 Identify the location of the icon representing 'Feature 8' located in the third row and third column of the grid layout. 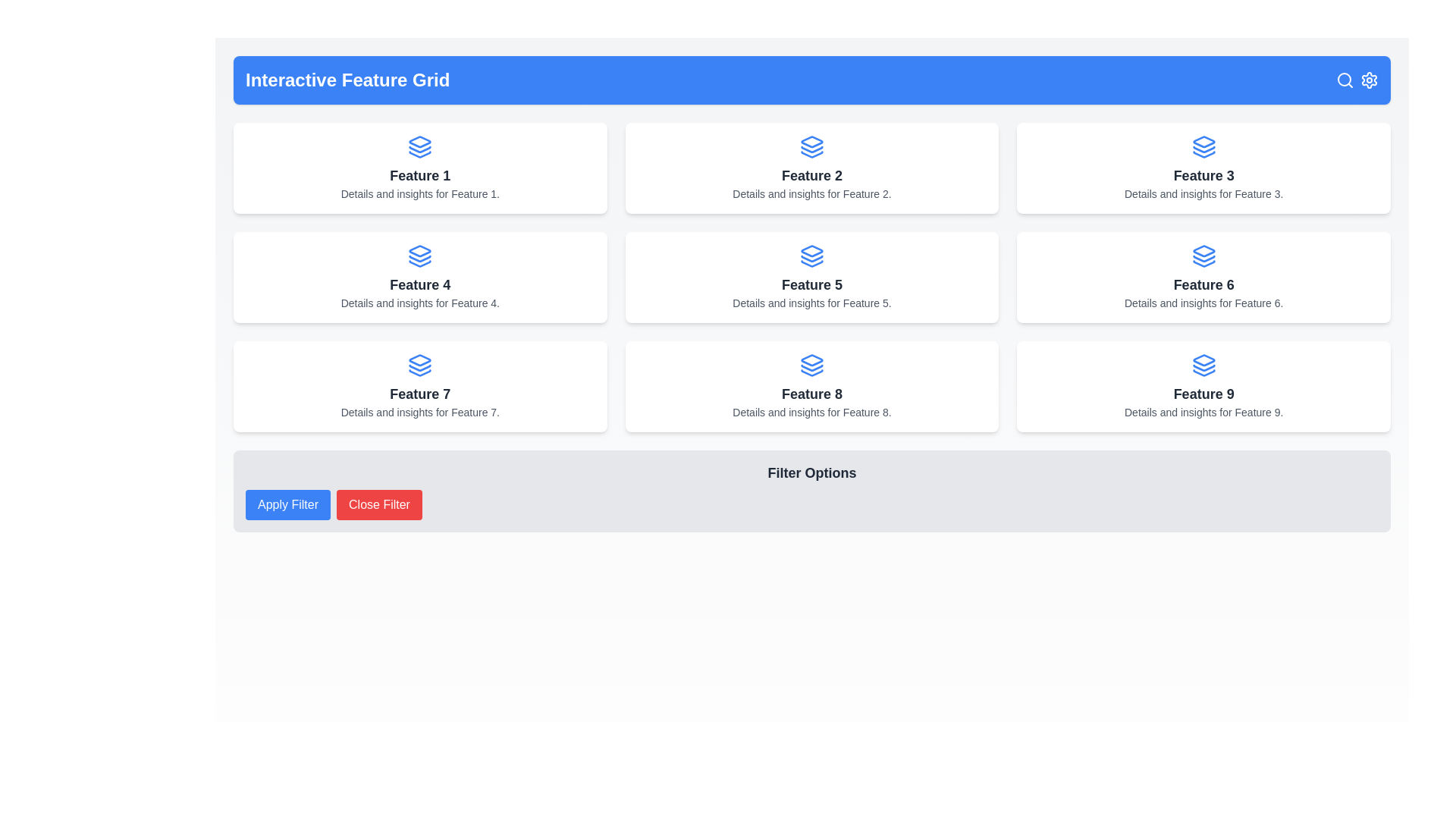
(811, 366).